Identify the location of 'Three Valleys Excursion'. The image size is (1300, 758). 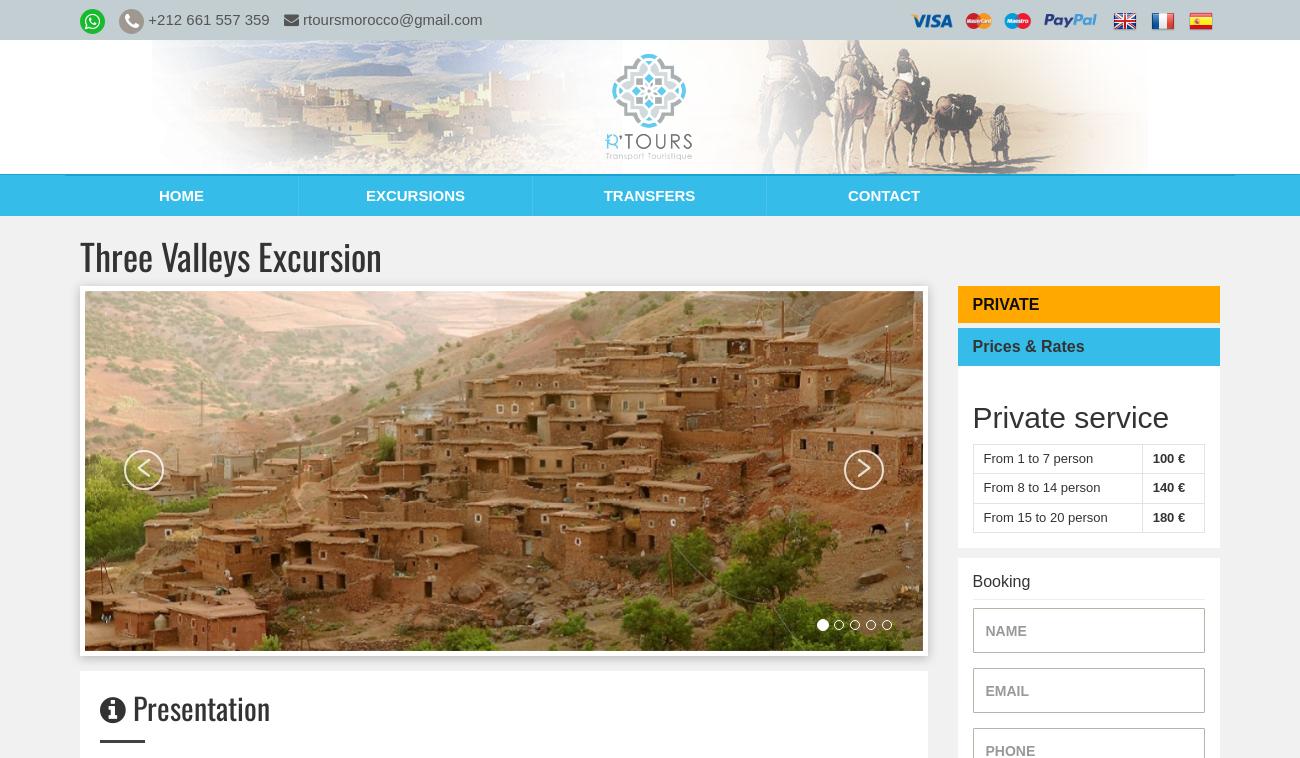
(230, 255).